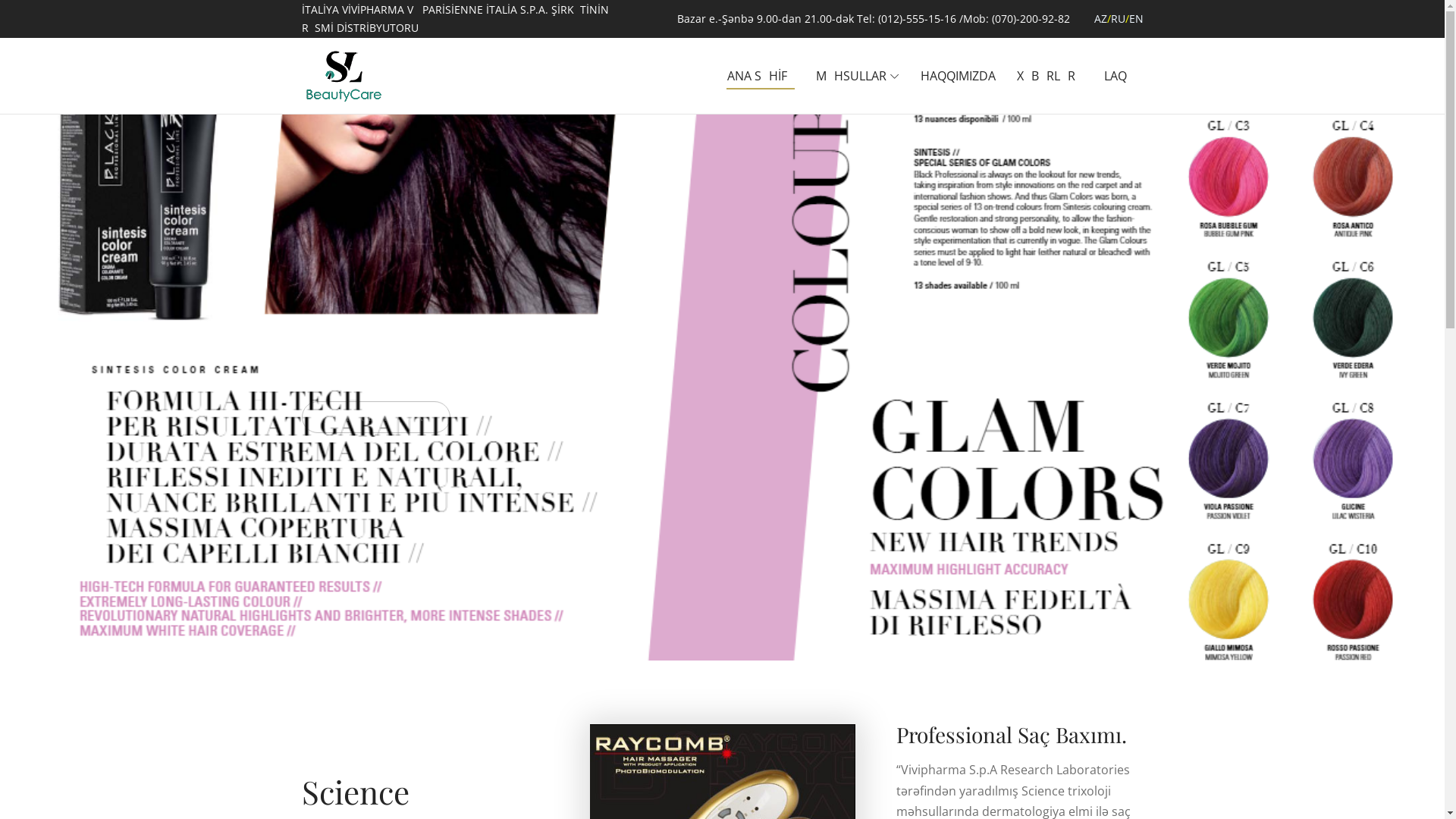  I want to click on 'HAQQIMIZDA', so click(957, 75).